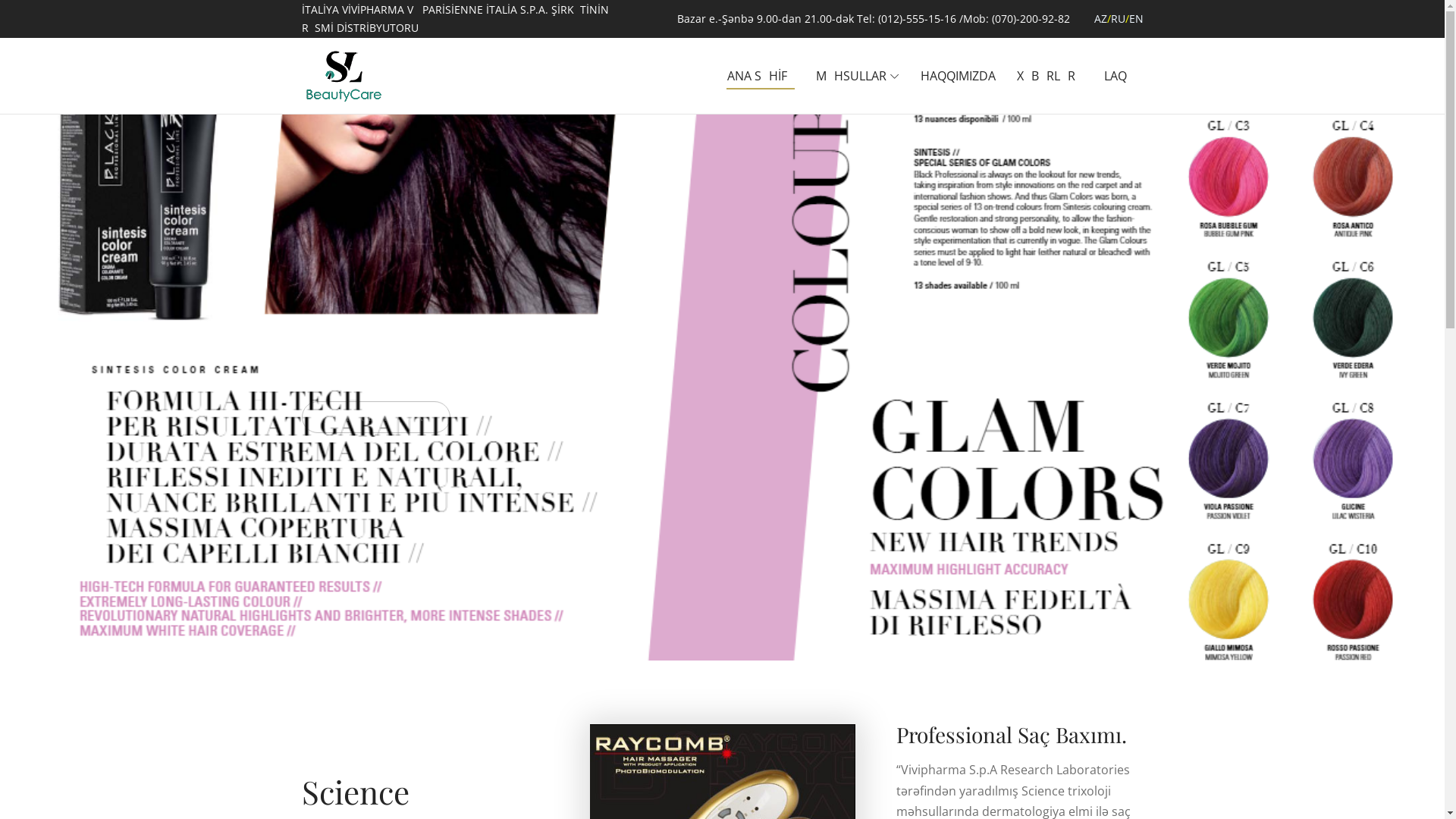  I want to click on 'HAQQIMIZDA', so click(957, 75).